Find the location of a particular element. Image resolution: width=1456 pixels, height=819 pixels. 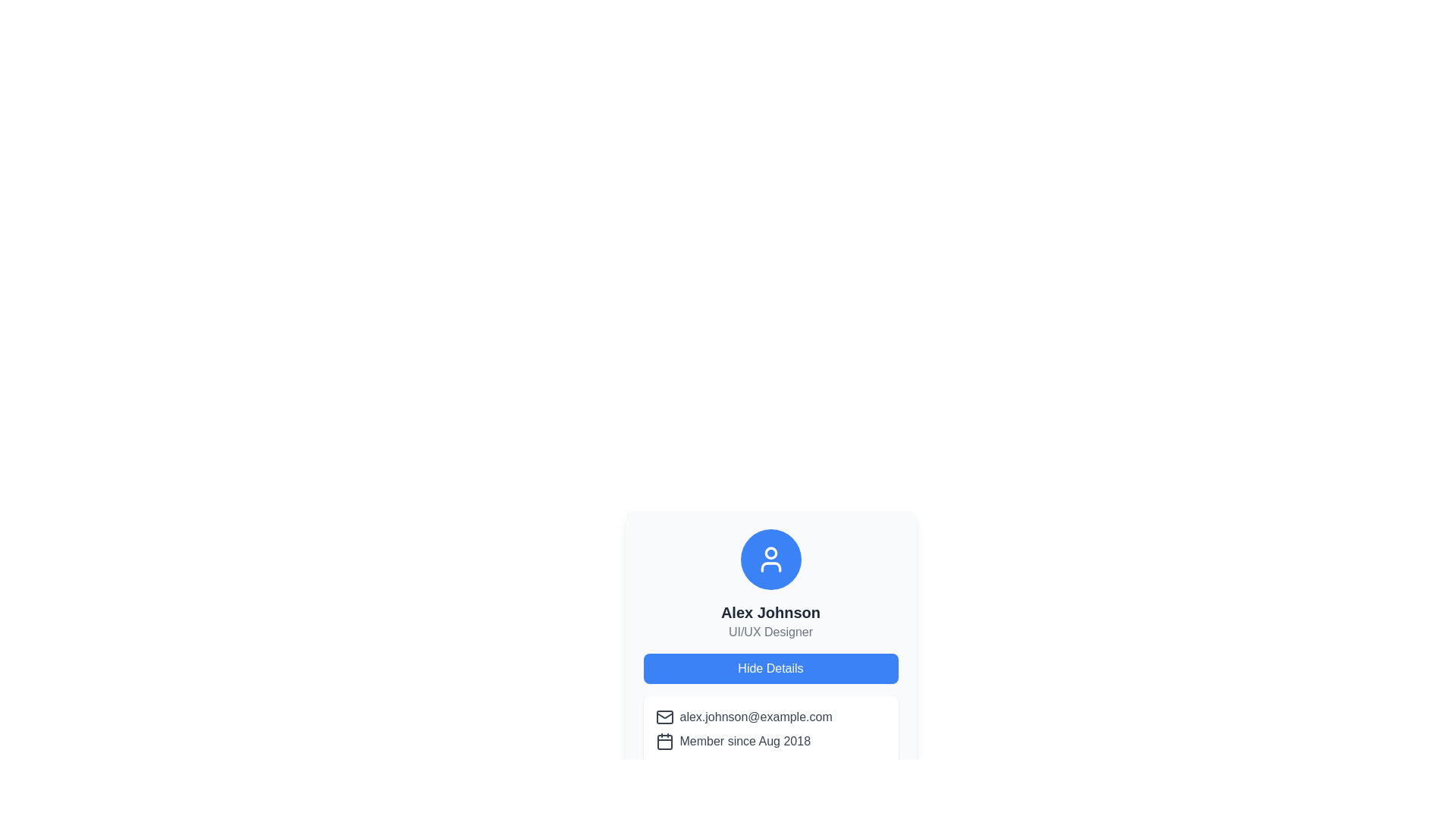

the Informational card section that provides the user's contact email and membership start date, located below the 'Hide Details' button in the user profile card is located at coordinates (770, 728).